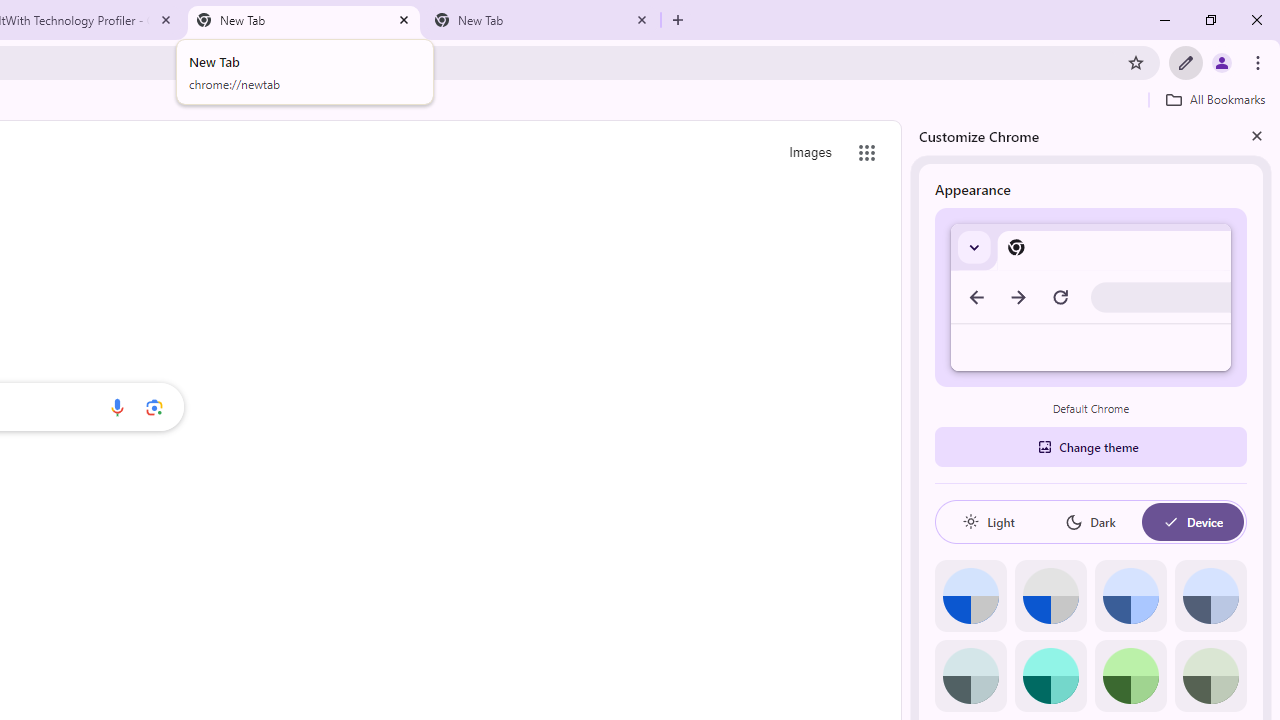 This screenshot has height=720, width=1280. Describe the element at coordinates (988, 521) in the screenshot. I see `'Light'` at that location.